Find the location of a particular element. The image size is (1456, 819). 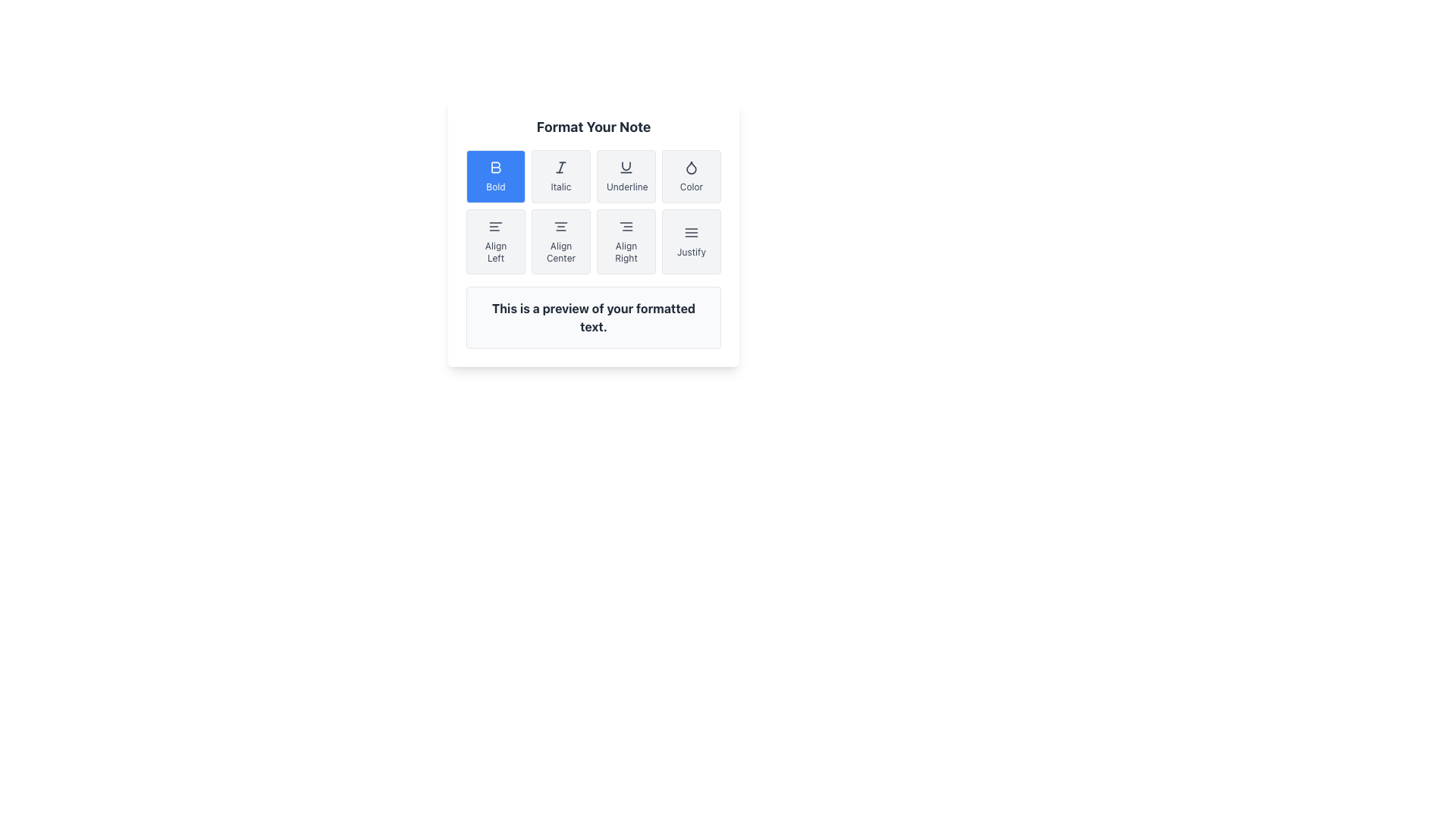

the bold formatting button located in the top-left slot of the formatting toolbar to apply or remove the bold styling from the selected text is located at coordinates (495, 175).